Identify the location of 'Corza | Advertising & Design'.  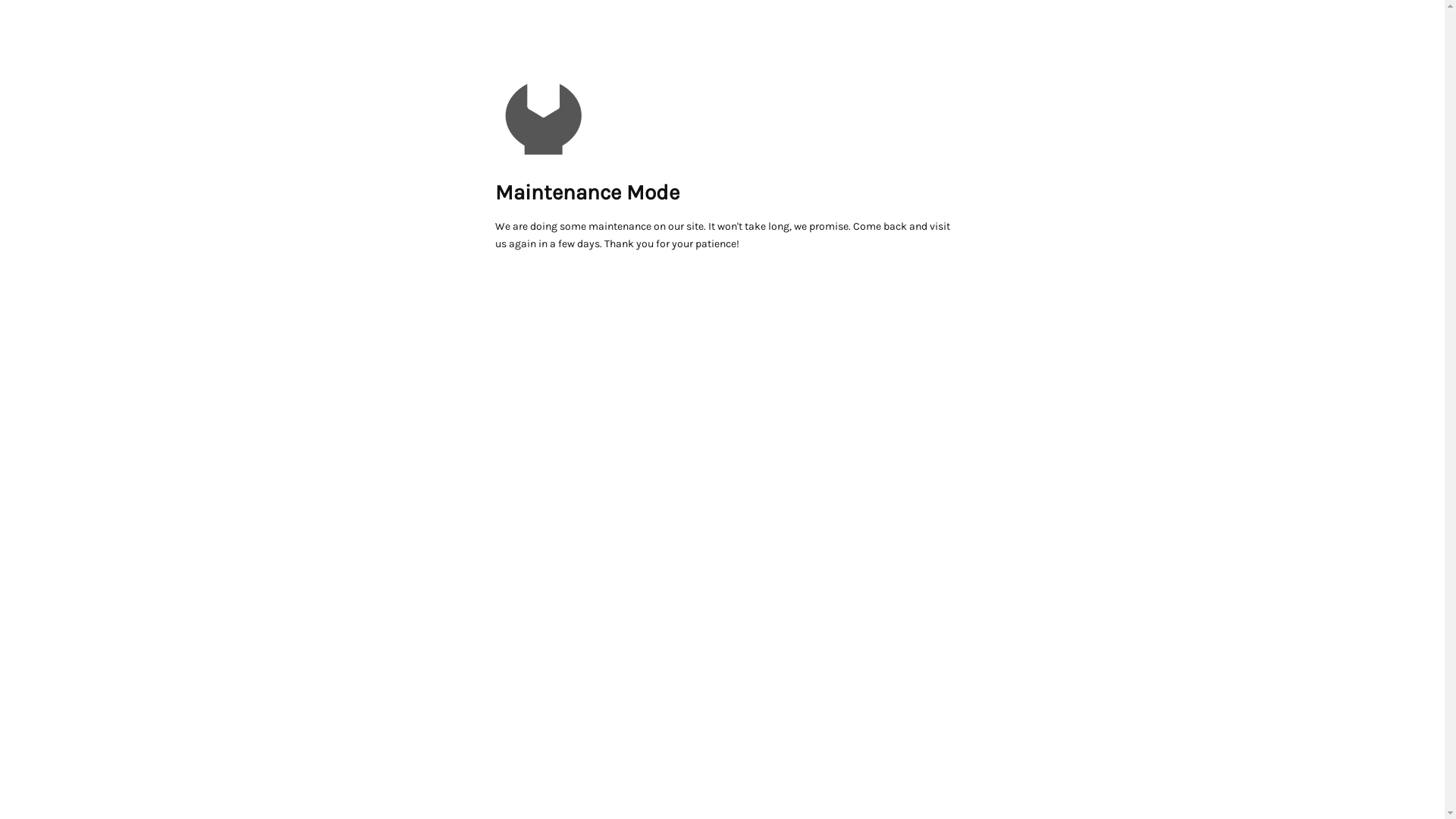
(542, 112).